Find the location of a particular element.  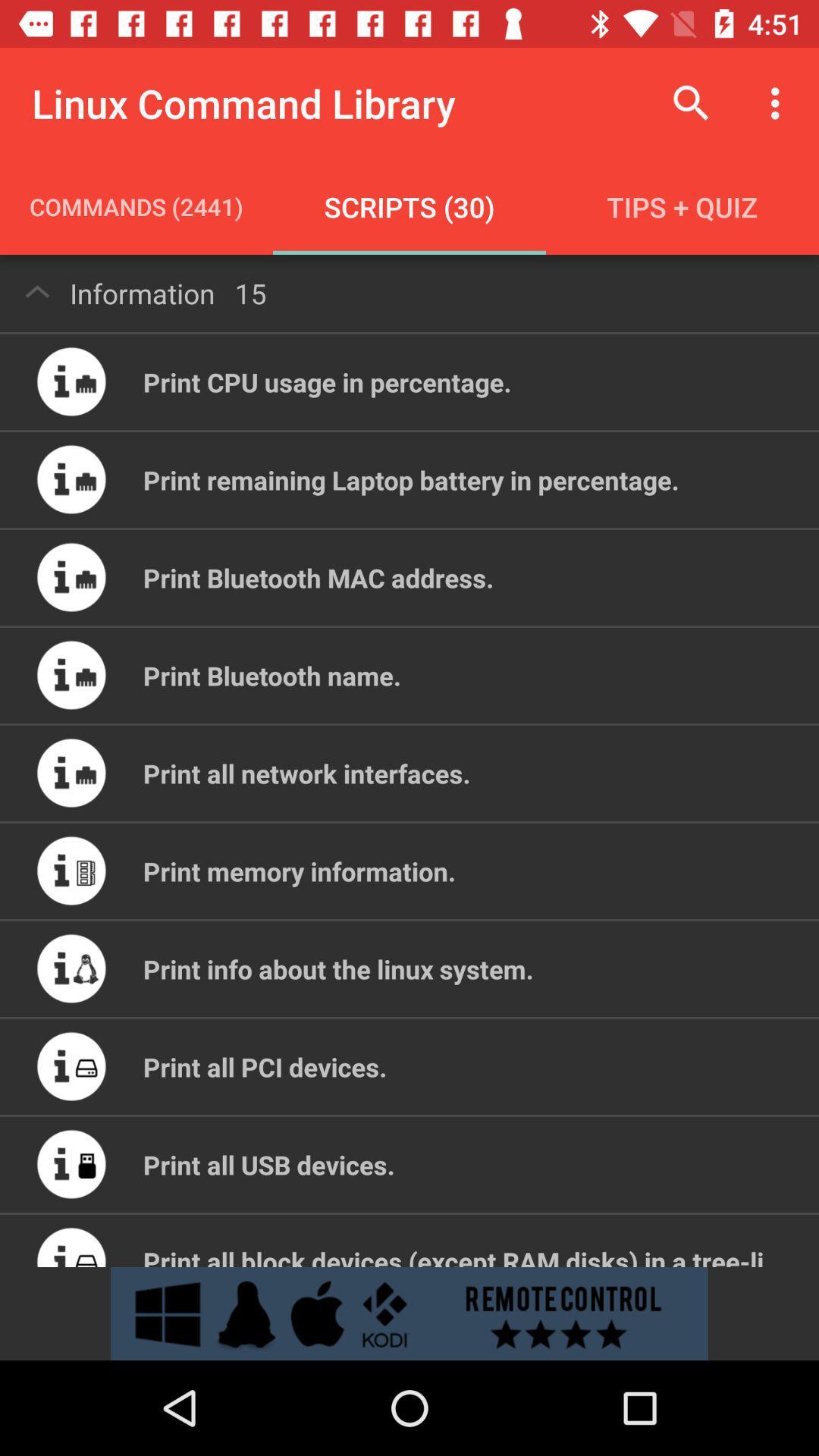

item to the right of the linux command library icon is located at coordinates (691, 102).